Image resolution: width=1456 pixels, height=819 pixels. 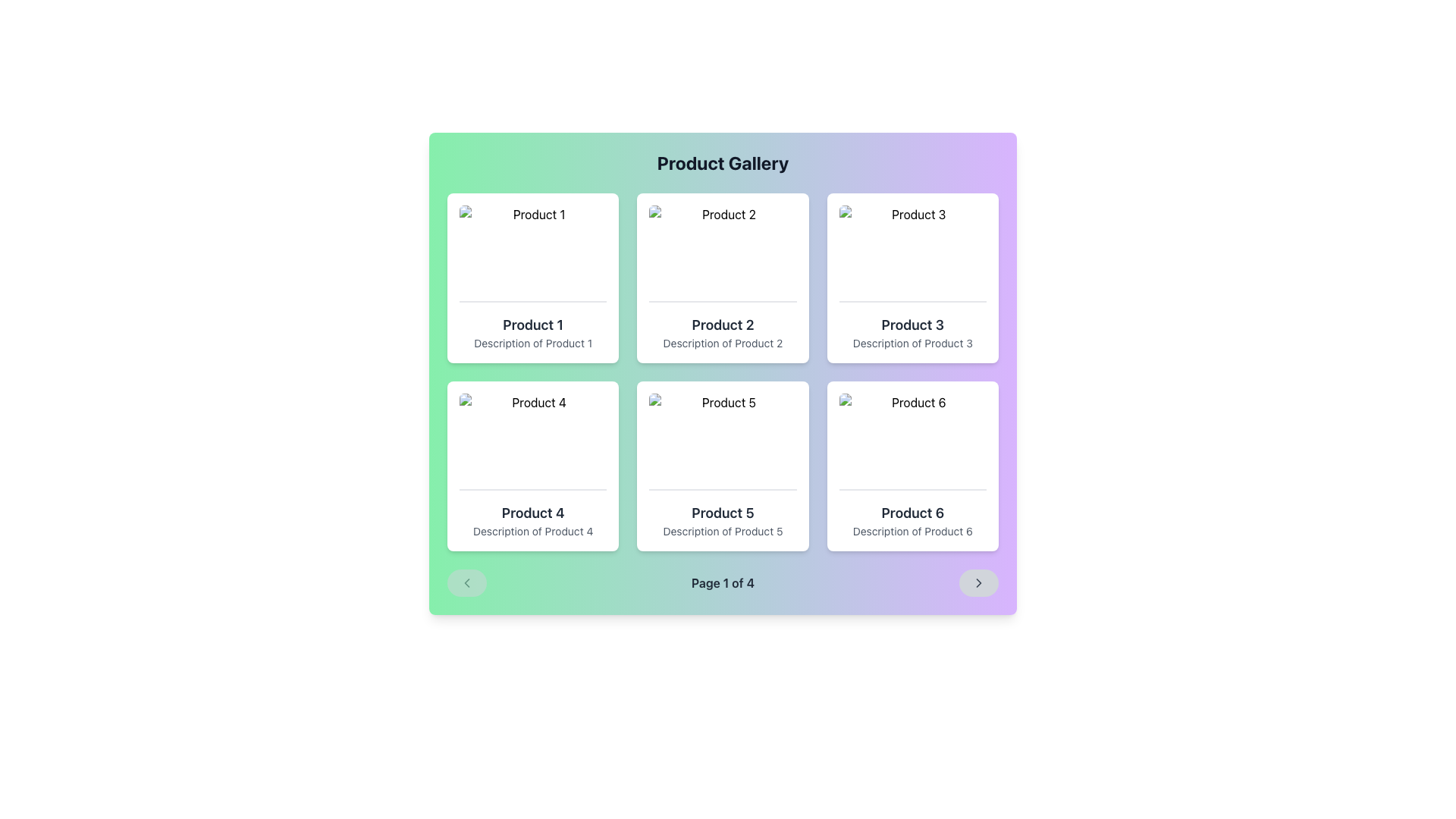 What do you see at coordinates (912, 324) in the screenshot?
I see `the static text label that reads 'Product 3', which is a large, bold, dark-colored text label positioned below the product image` at bounding box center [912, 324].